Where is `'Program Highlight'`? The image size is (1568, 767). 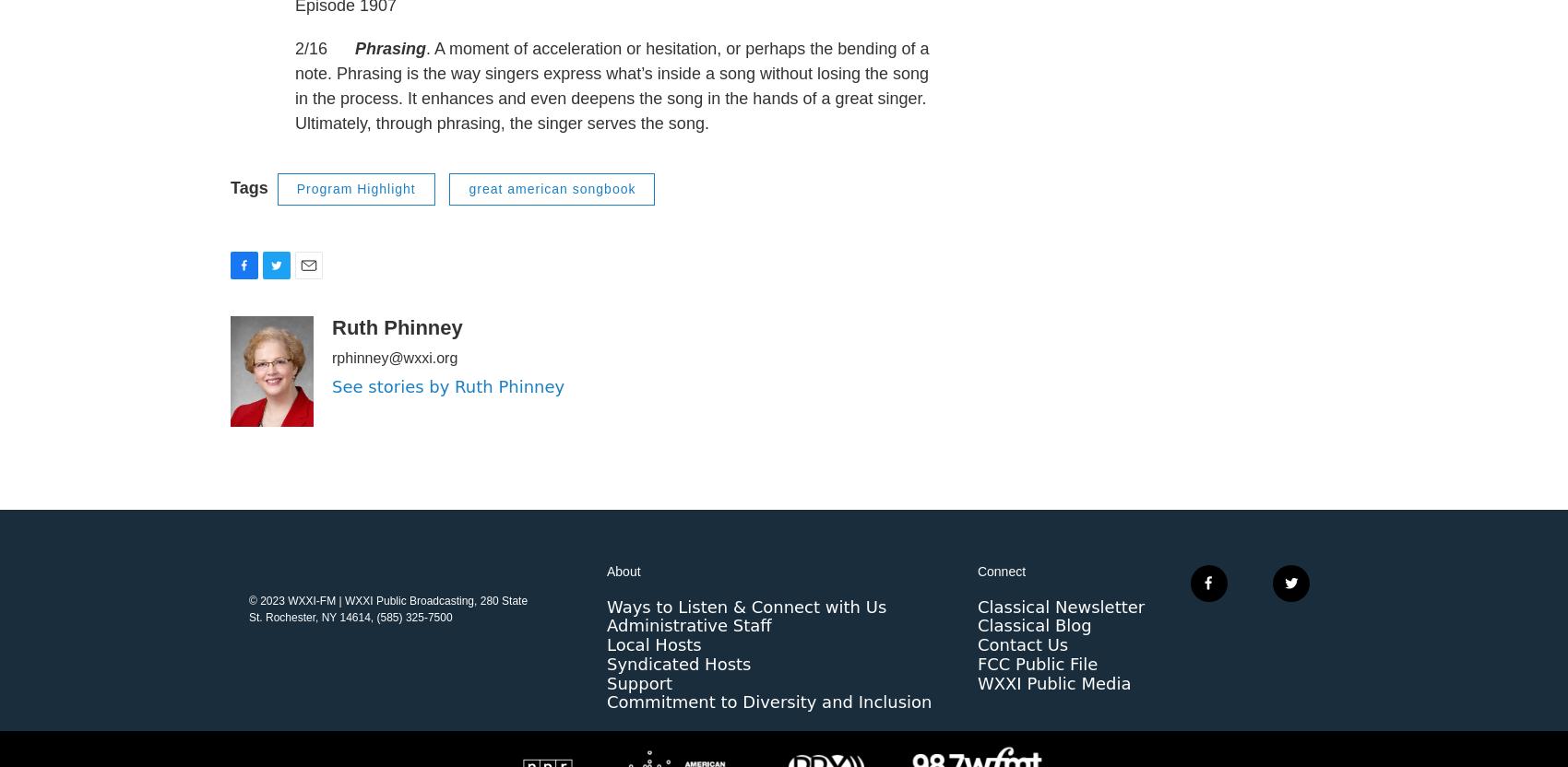 'Program Highlight' is located at coordinates (354, 226).